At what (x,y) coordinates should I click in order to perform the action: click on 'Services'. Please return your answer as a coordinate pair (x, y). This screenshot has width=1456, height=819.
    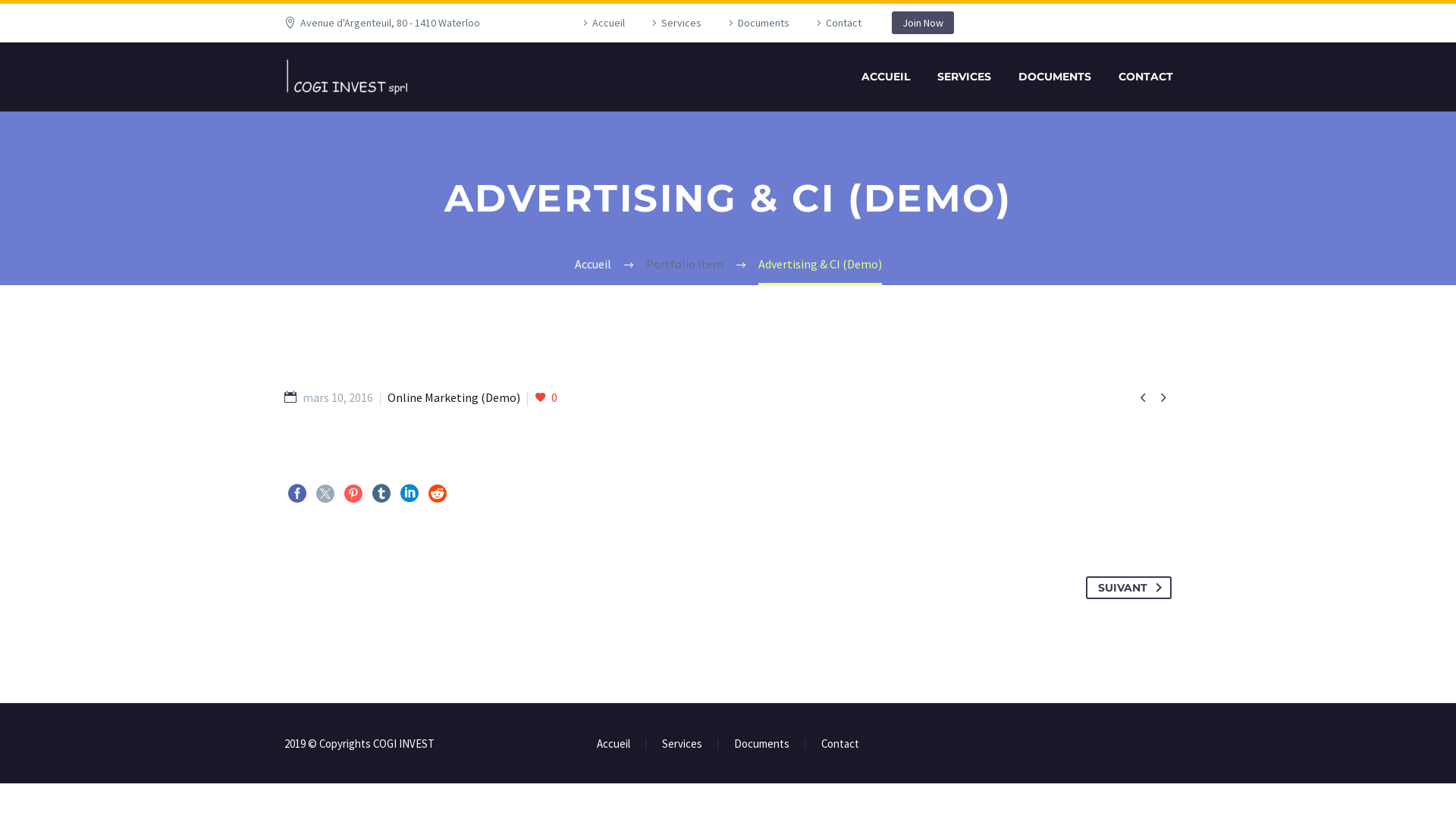
    Looking at the image, I should click on (662, 743).